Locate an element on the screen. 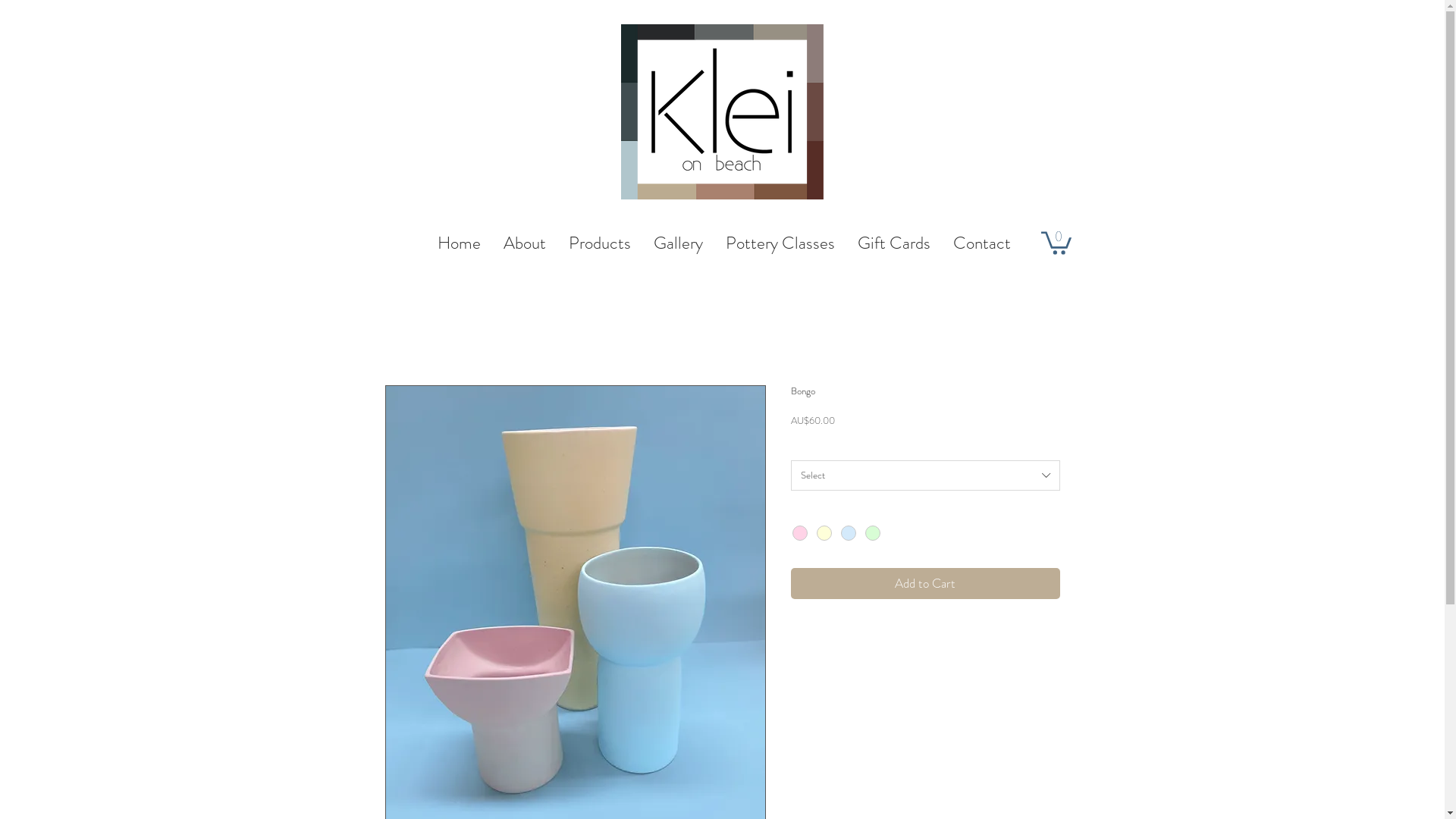  'Pottery Classes' is located at coordinates (780, 242).